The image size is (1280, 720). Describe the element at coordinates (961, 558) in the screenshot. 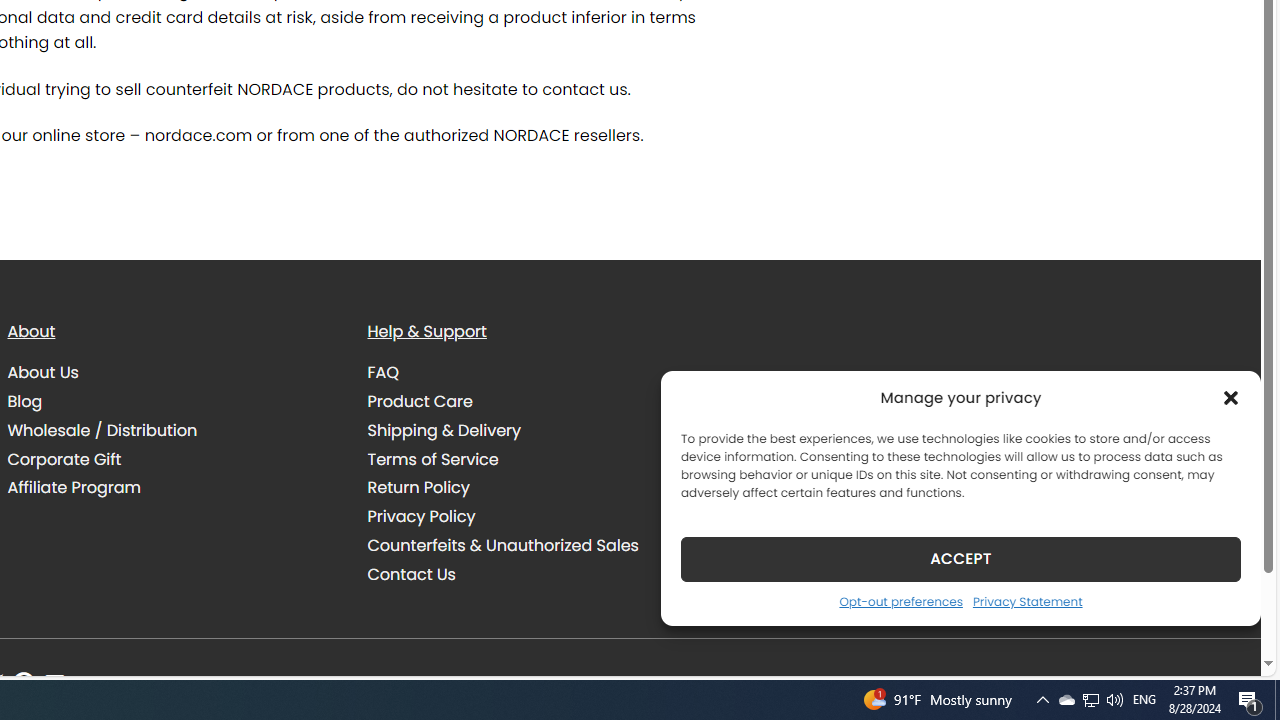

I see `'ACCEPT'` at that location.